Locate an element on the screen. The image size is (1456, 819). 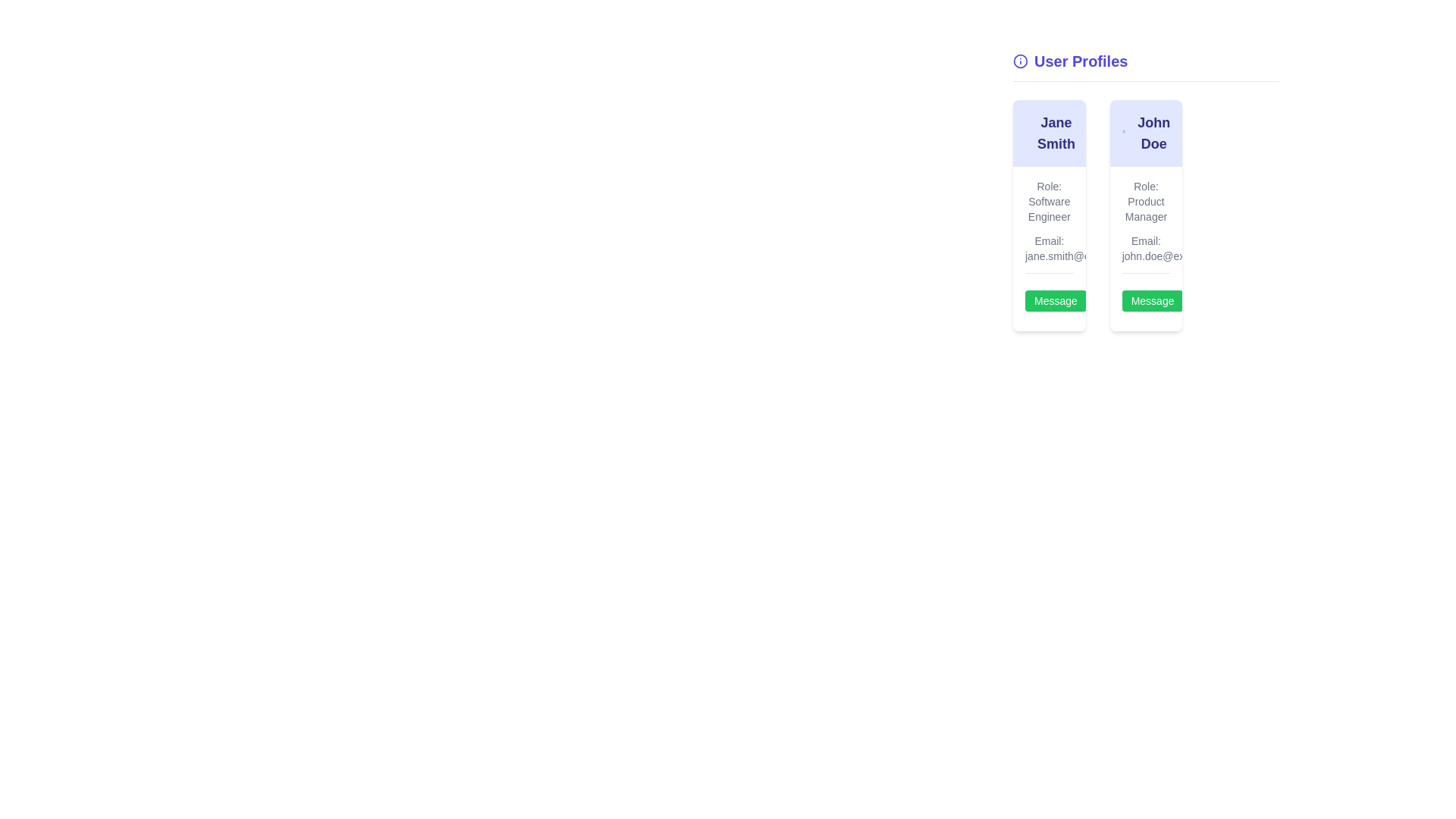
the static text label 'Role:' which is located in the second profile card for 'John Doe' in the 'User Profiles' section, positioned above the role description 'Product Manager' is located at coordinates (1146, 186).